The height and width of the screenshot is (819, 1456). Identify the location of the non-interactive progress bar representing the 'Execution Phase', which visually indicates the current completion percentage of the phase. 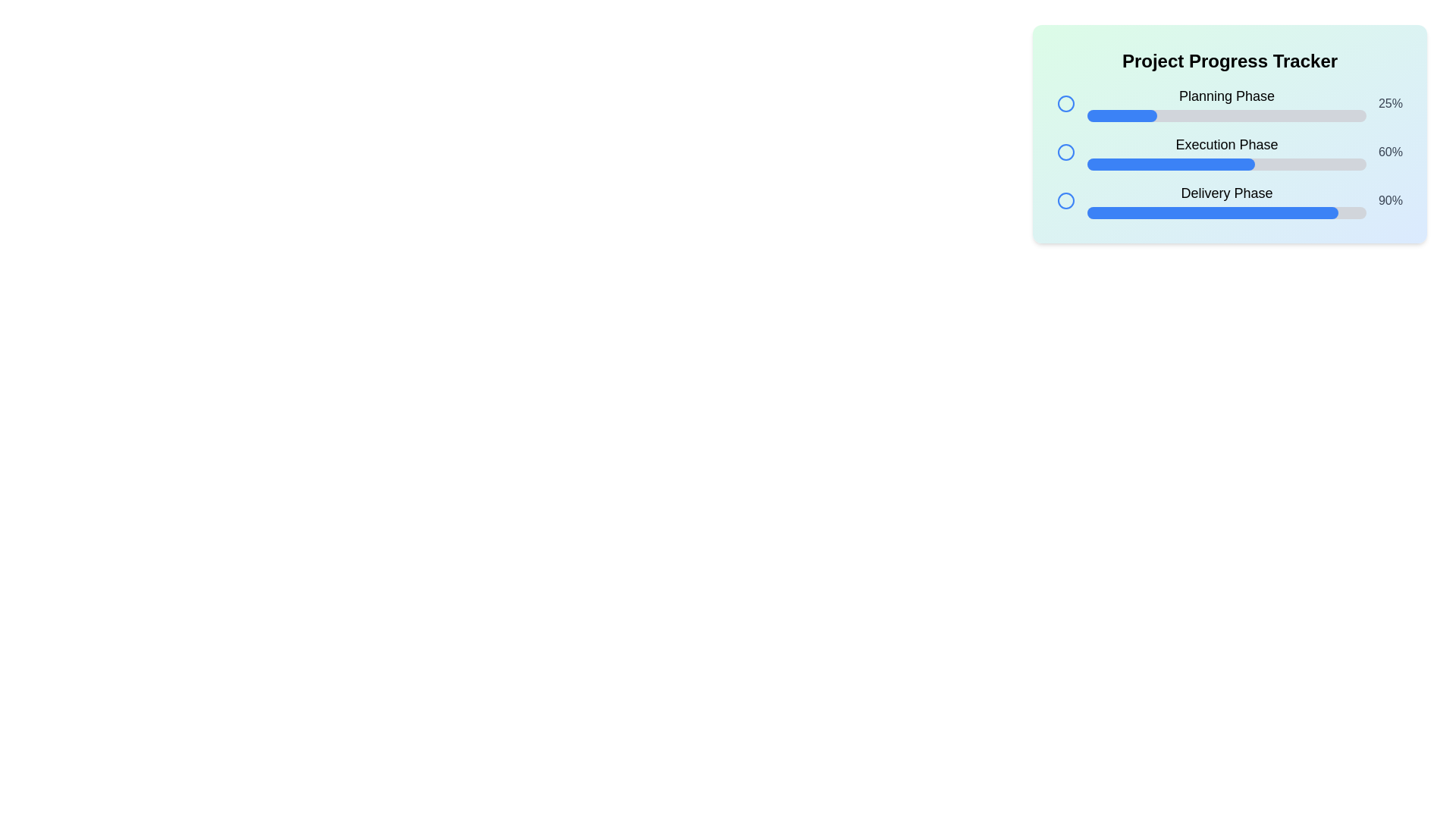
(1226, 164).